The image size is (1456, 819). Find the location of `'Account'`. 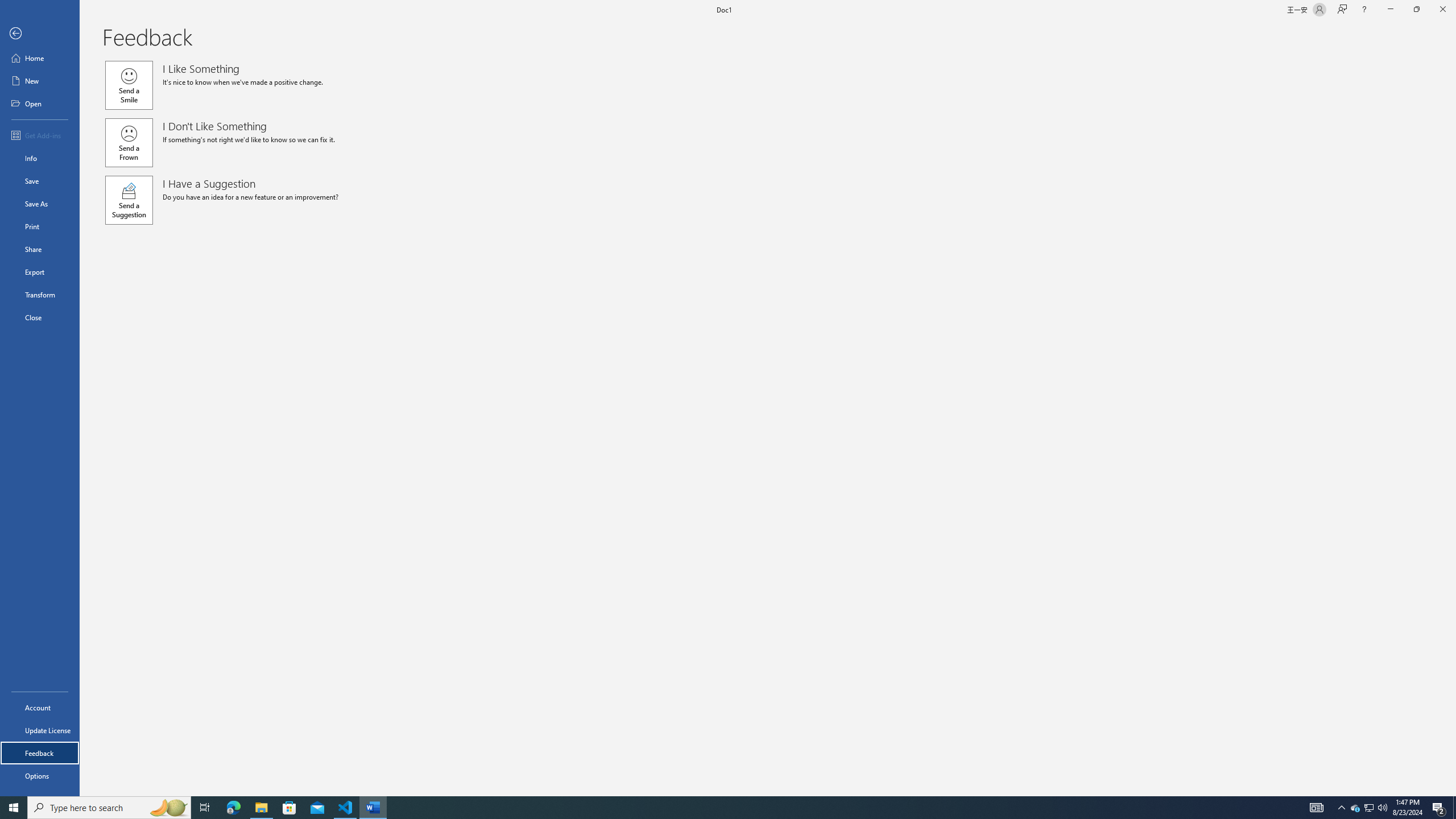

'Account' is located at coordinates (39, 708).